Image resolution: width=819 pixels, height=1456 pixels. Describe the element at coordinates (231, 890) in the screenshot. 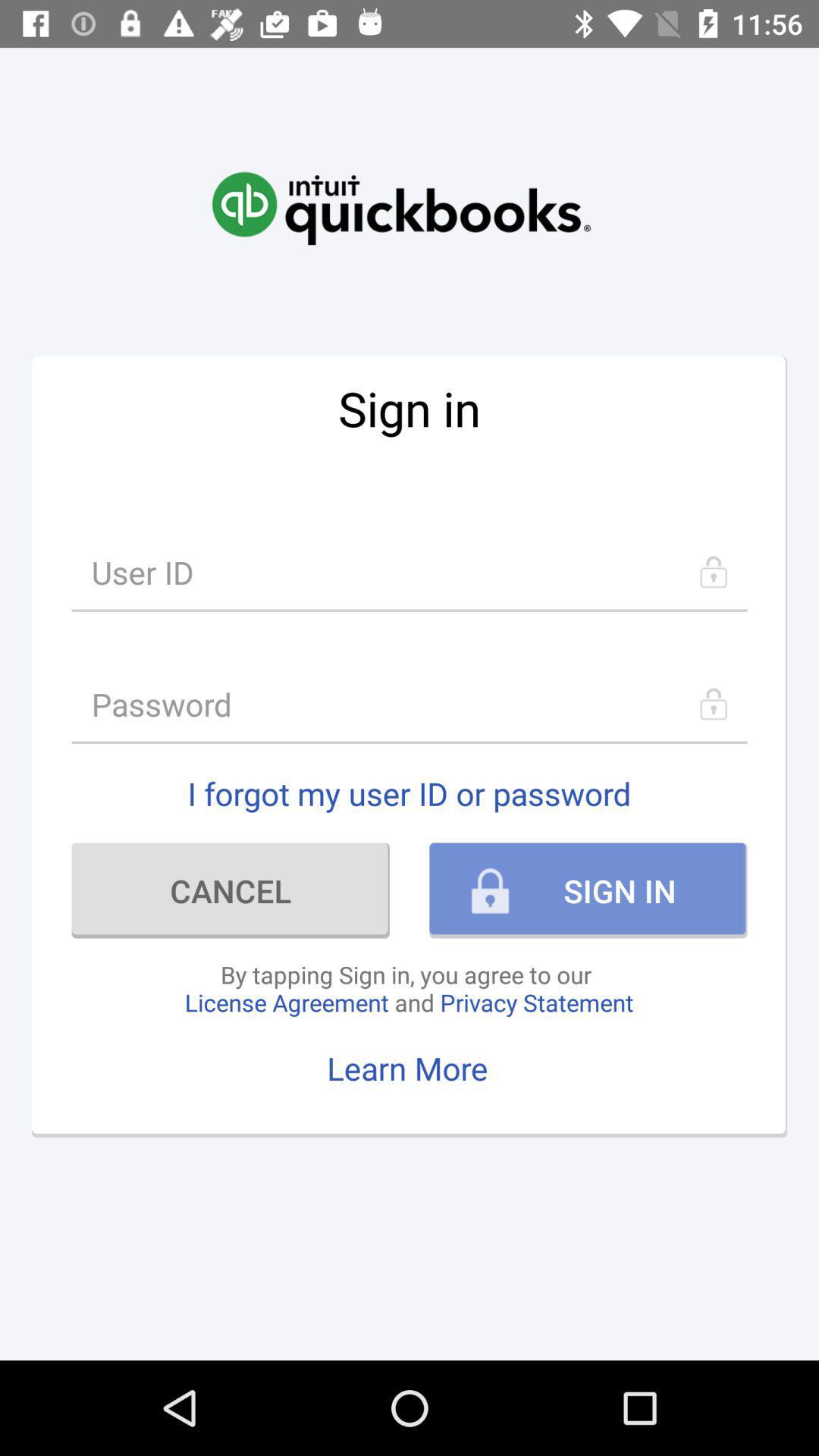

I see `the icon to the left of the sign in` at that location.